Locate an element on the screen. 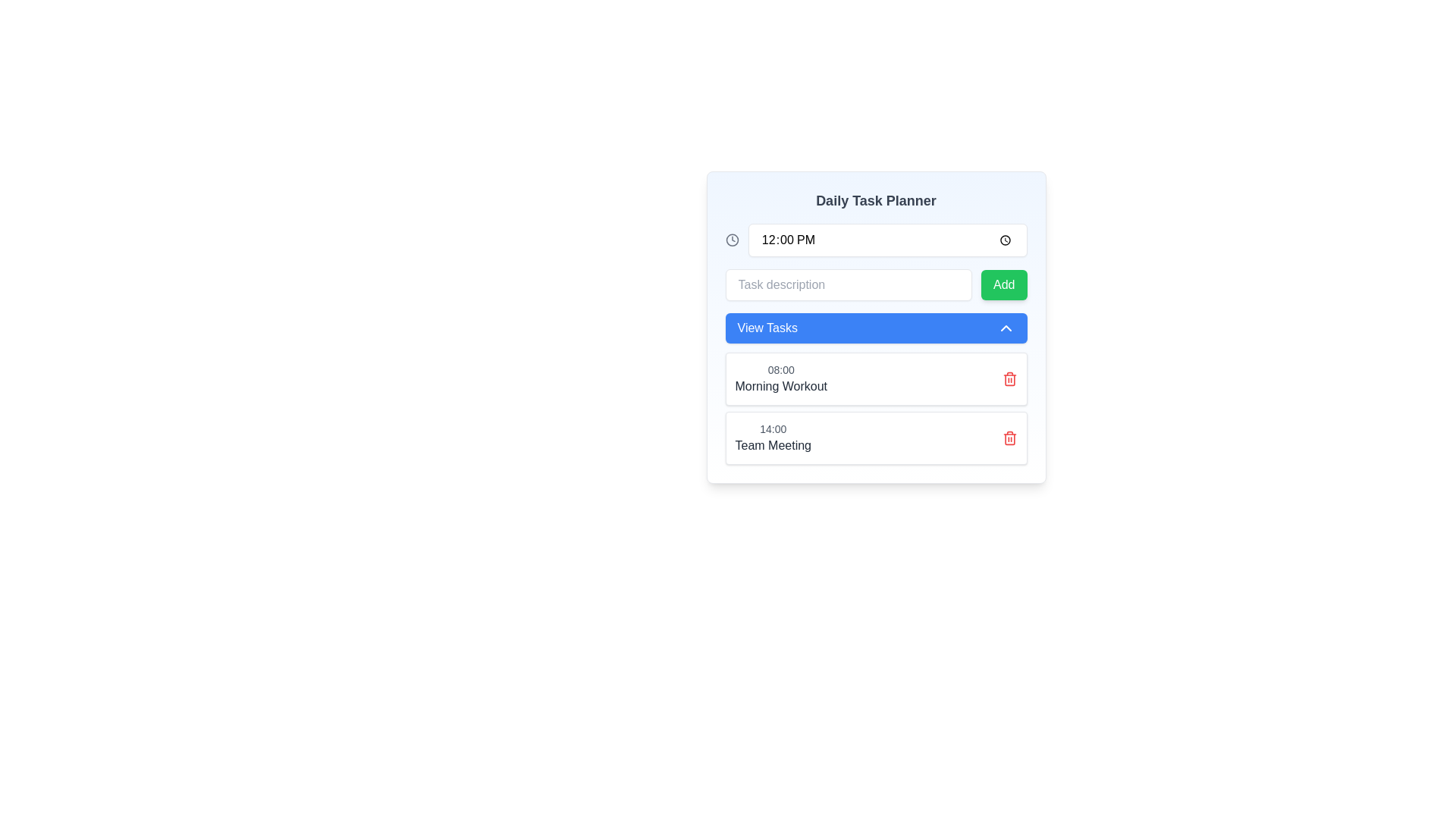 This screenshot has width=1456, height=819. the text of the task title label located in the center-right section of the interface, below the time label '14:00' is located at coordinates (773, 444).